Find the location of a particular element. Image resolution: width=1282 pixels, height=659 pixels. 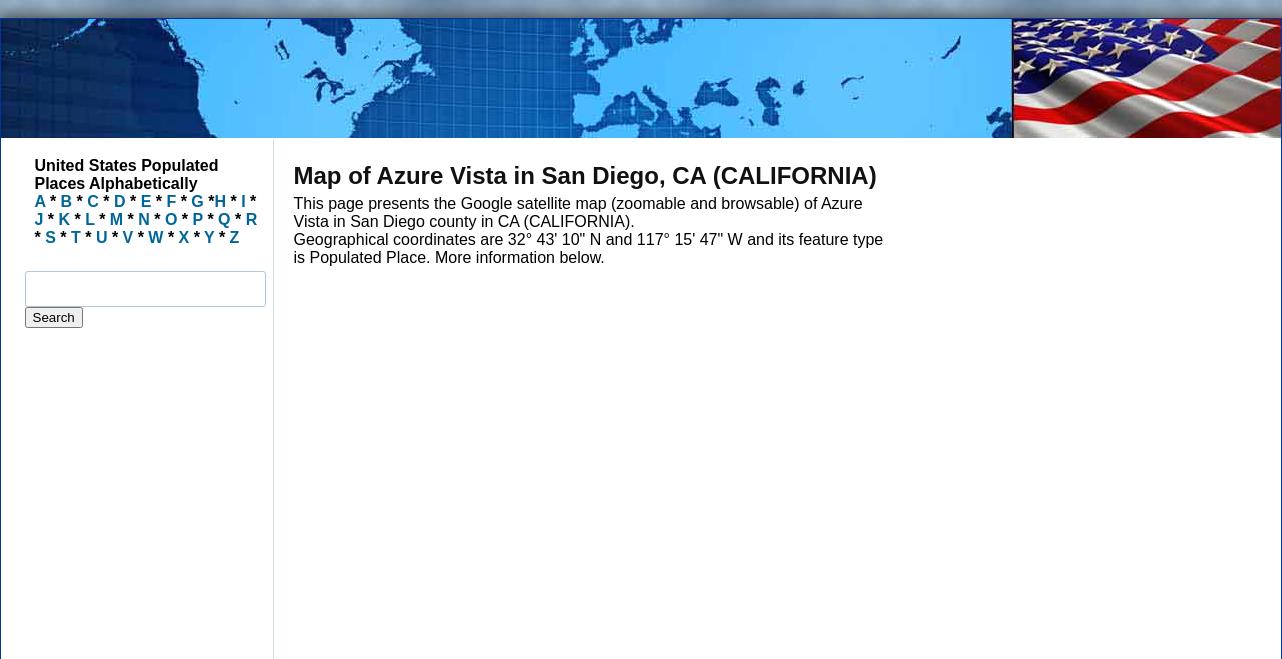

'Z' is located at coordinates (233, 236).